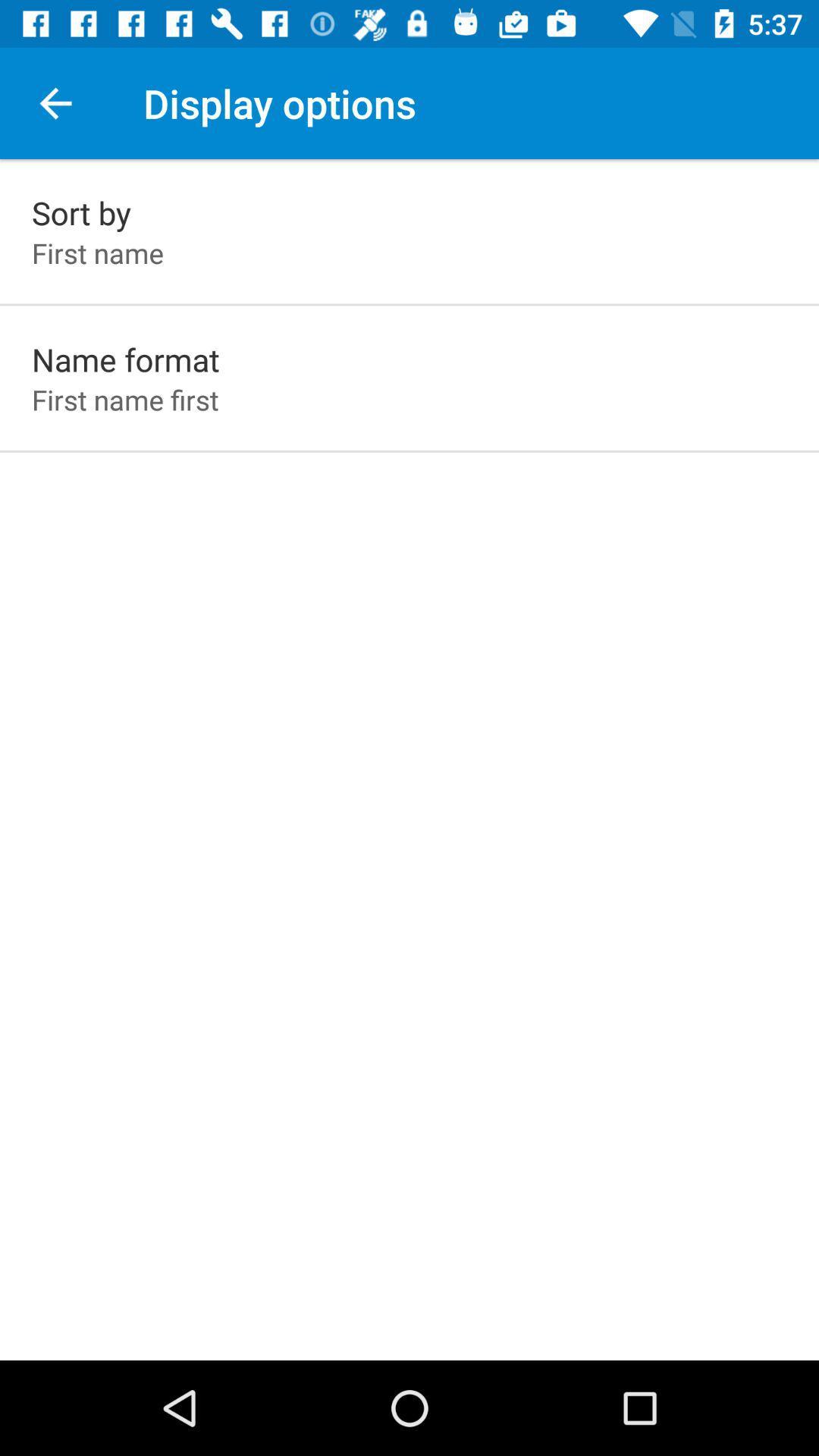  What do you see at coordinates (55, 102) in the screenshot?
I see `app above the sort by icon` at bounding box center [55, 102].